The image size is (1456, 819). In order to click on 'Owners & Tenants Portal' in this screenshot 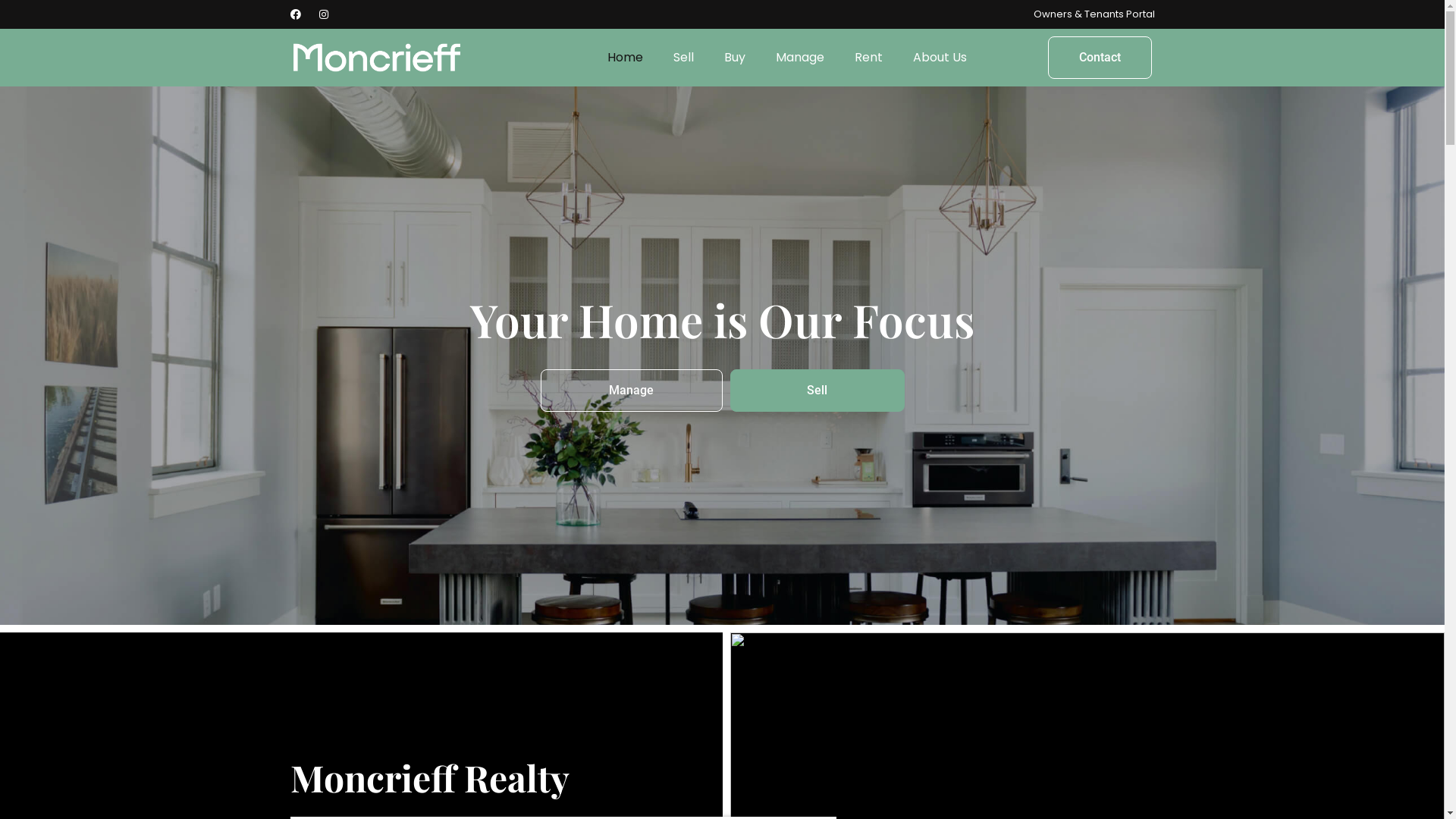, I will do `click(1093, 14)`.